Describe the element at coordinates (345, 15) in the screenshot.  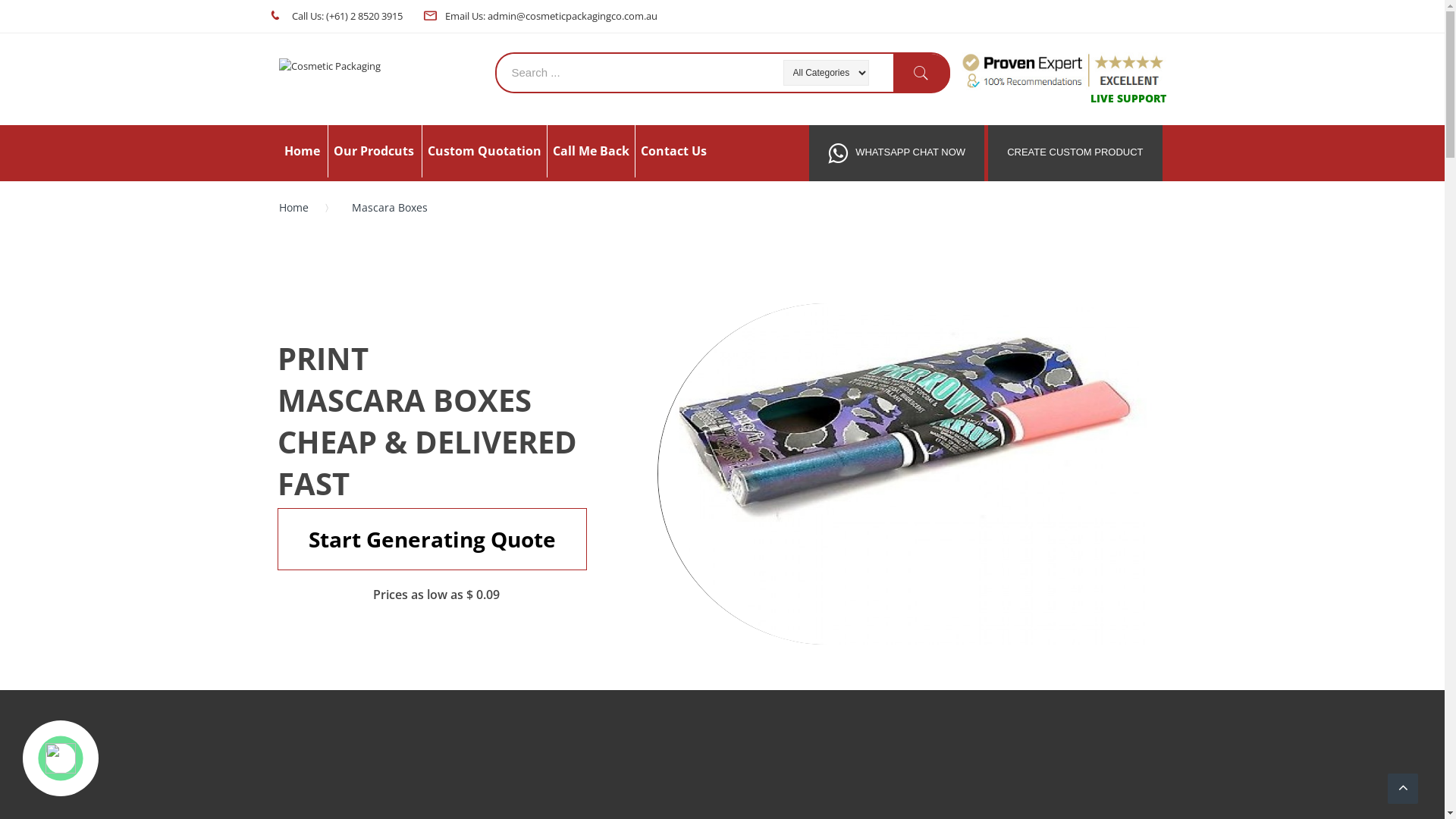
I see `'Call Us: (+61) 2 8520 3915'` at that location.